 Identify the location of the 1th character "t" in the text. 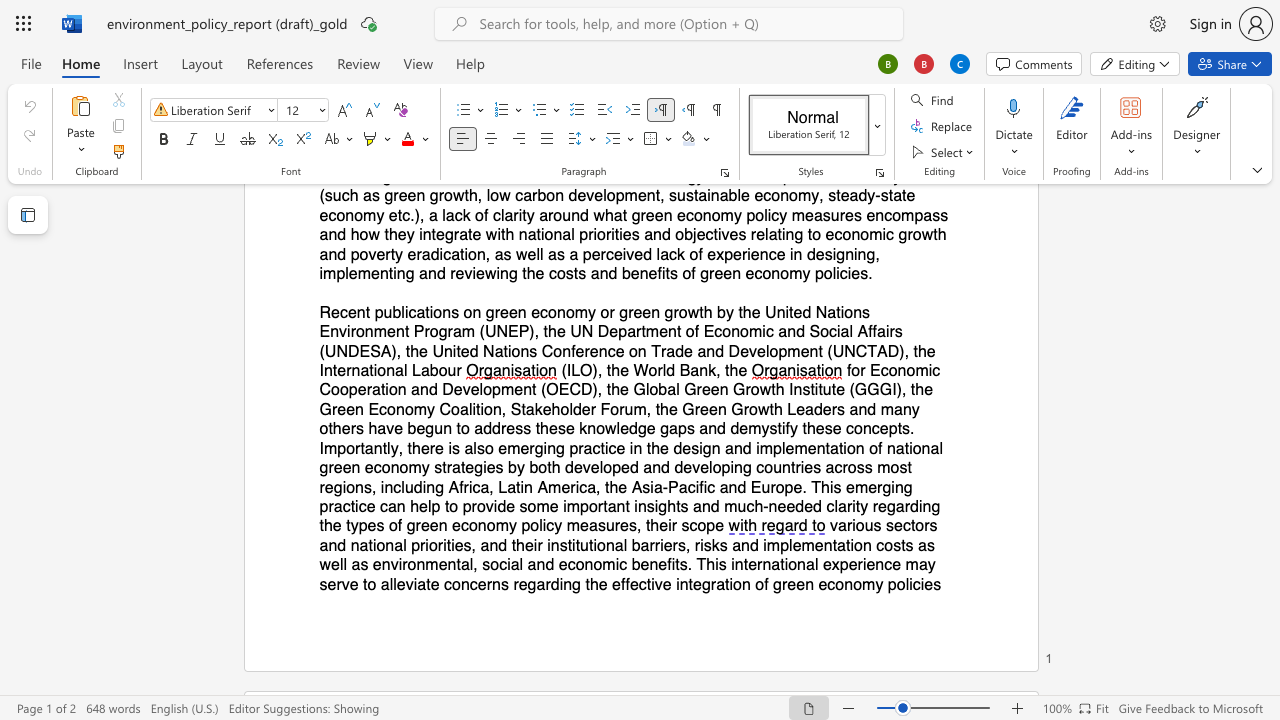
(321, 525).